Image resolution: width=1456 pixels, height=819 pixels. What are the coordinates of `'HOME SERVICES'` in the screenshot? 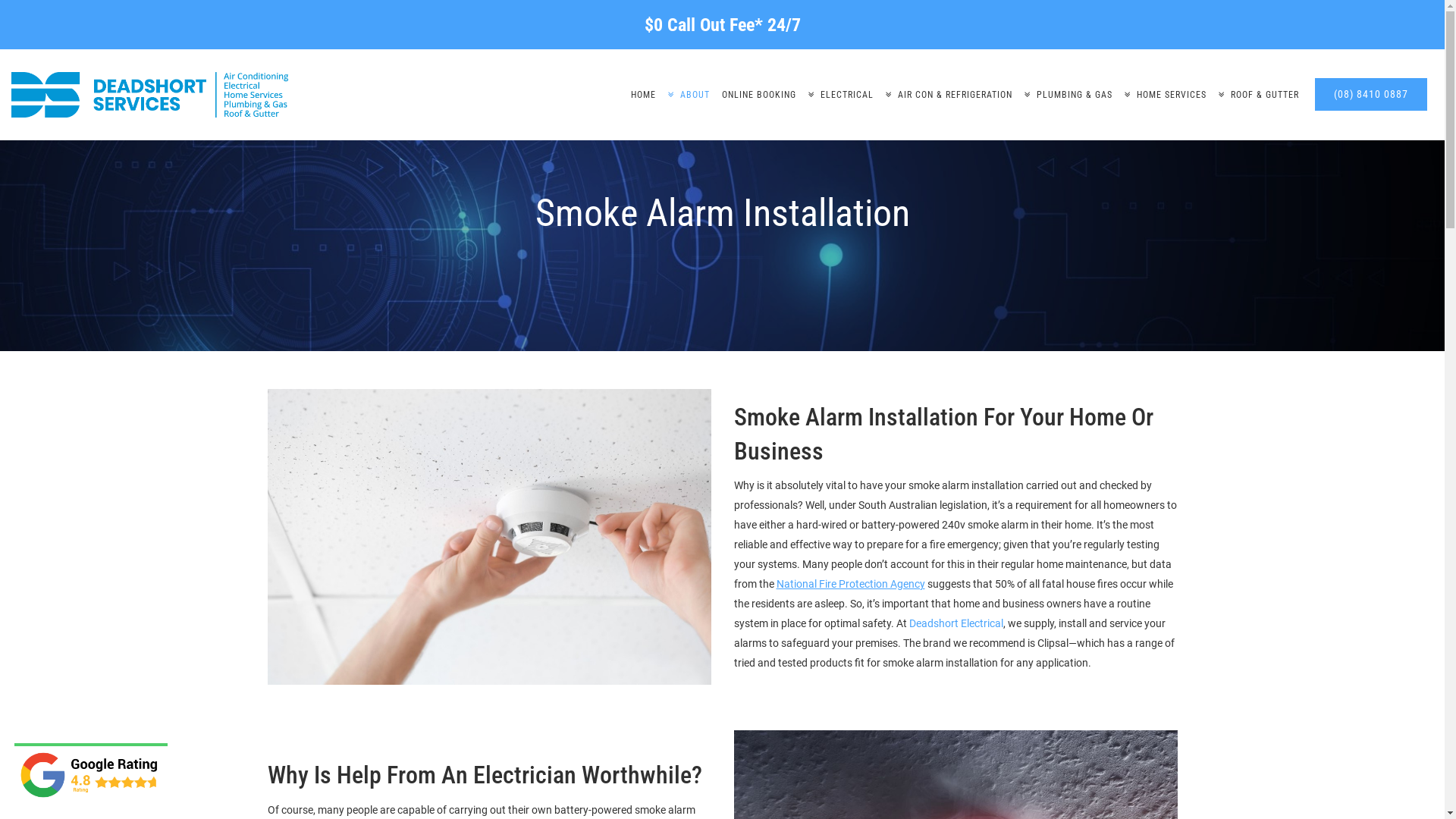 It's located at (1164, 94).